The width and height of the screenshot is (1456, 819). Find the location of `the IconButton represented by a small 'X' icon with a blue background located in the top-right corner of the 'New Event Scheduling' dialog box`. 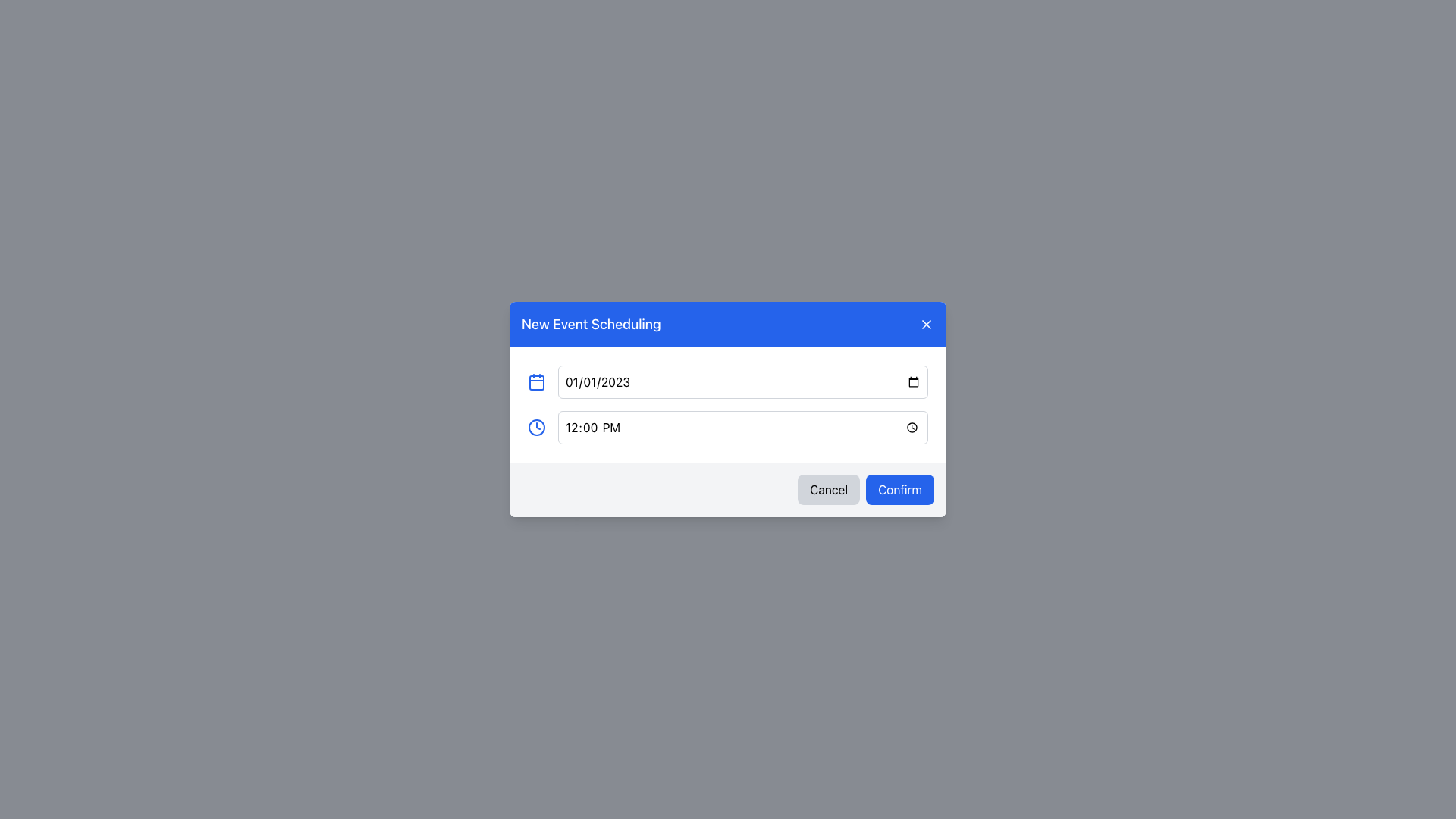

the IconButton represented by a small 'X' icon with a blue background located in the top-right corner of the 'New Event Scheduling' dialog box is located at coordinates (926, 324).